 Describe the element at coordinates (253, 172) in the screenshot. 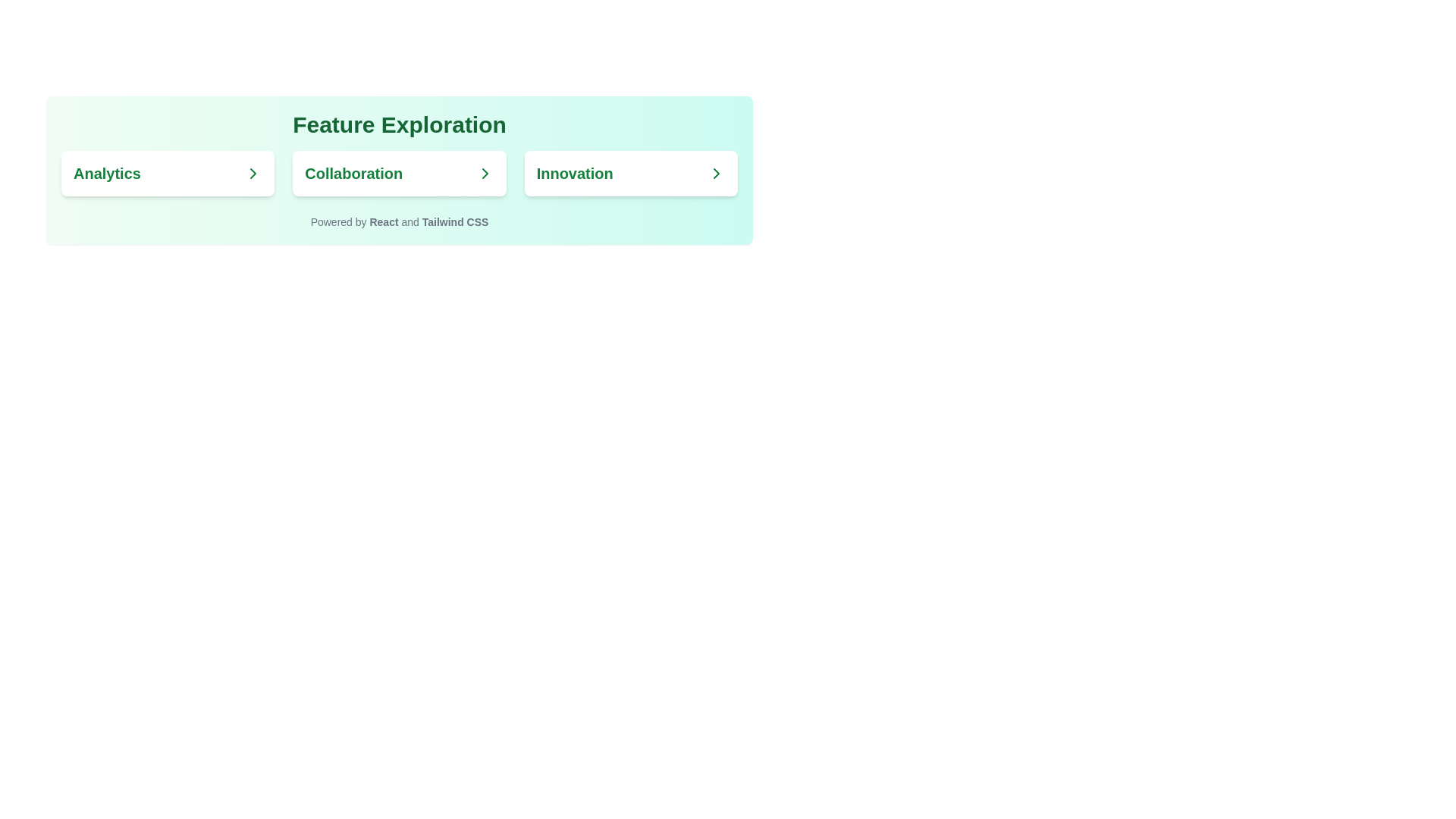

I see `the right-pointing arrow icon inside the 'Analytics' button` at that location.